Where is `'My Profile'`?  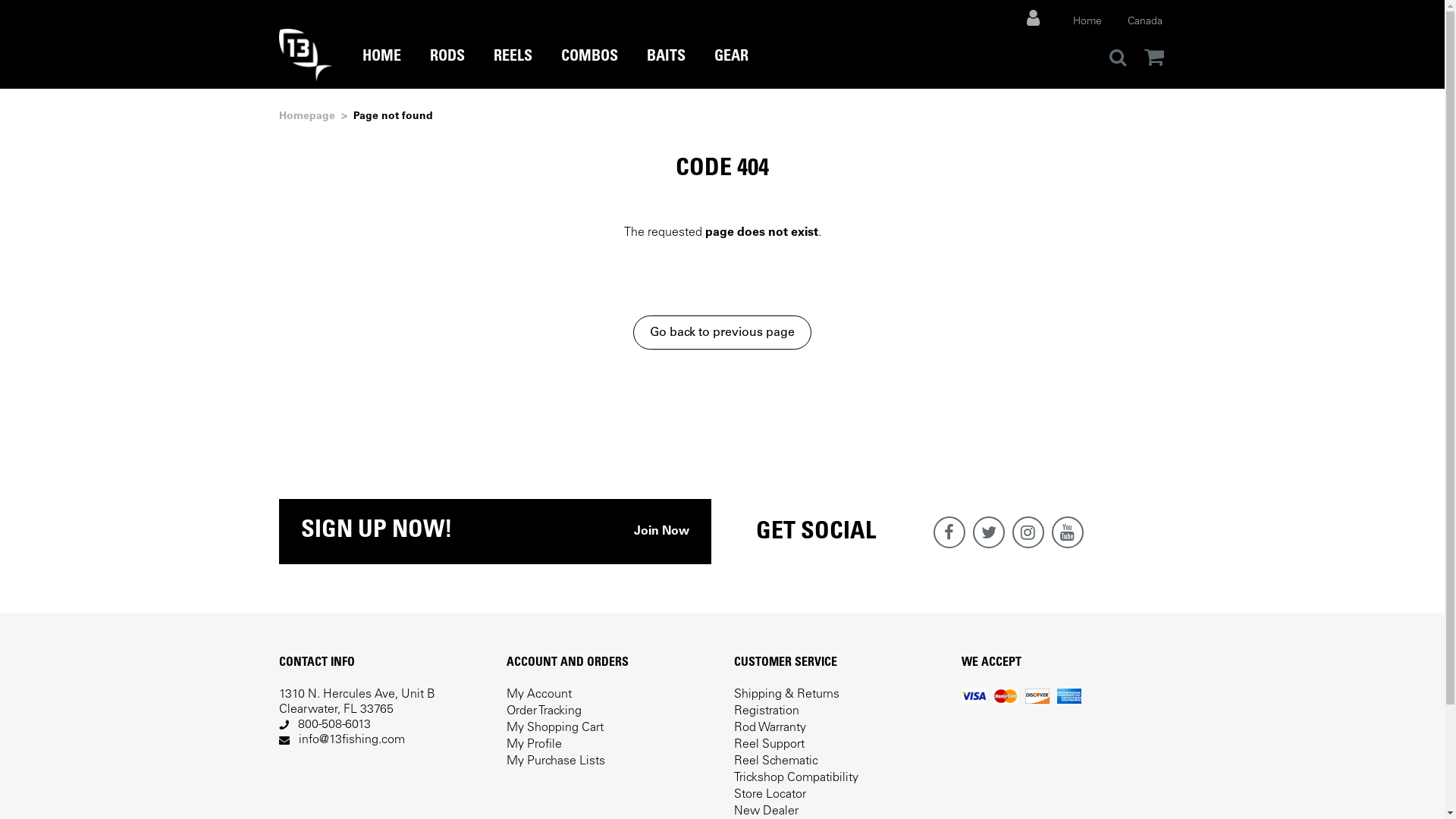 'My Profile' is located at coordinates (534, 744).